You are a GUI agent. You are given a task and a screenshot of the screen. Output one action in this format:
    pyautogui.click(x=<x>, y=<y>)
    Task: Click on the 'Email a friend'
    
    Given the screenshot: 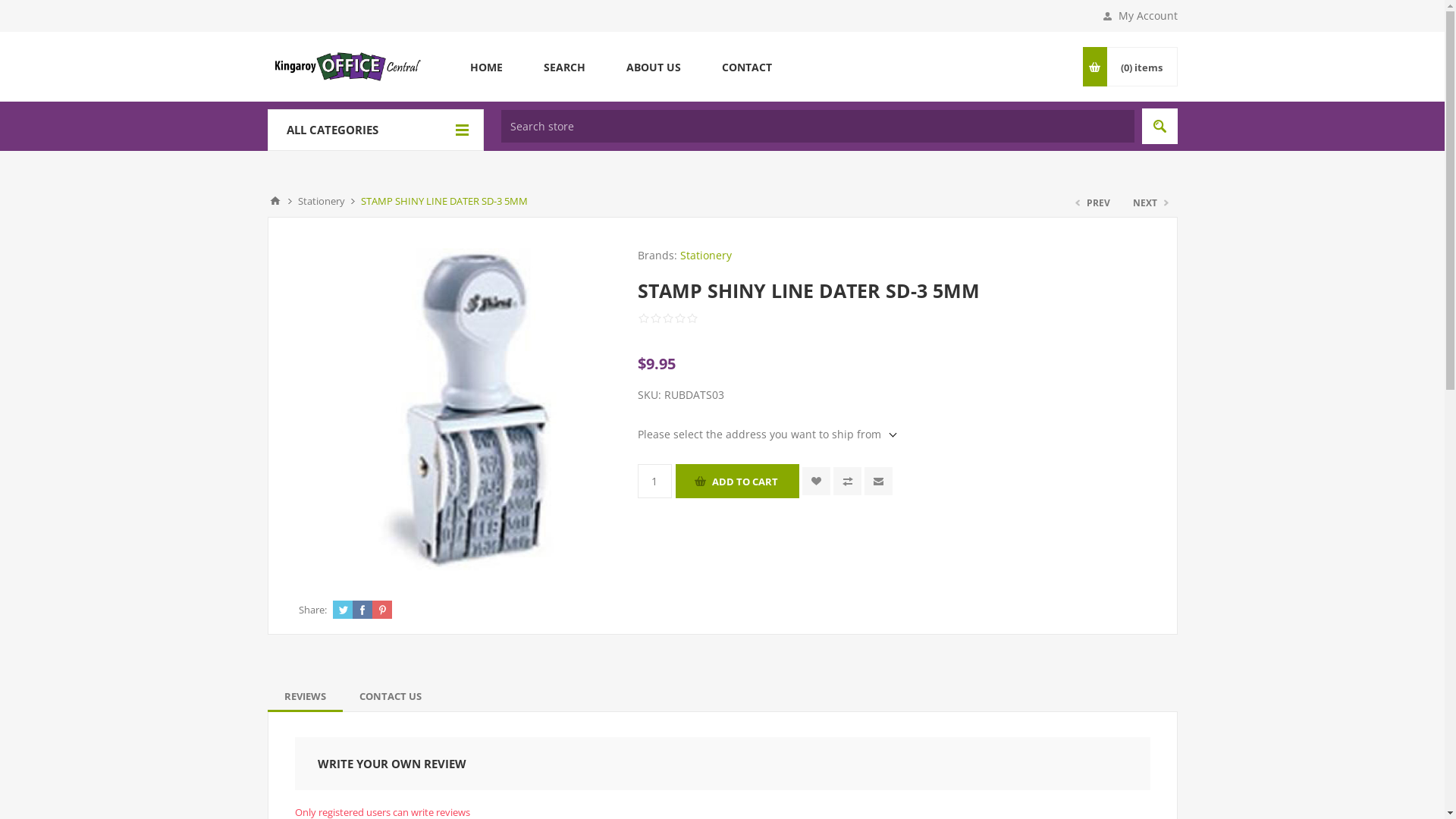 What is the action you would take?
    pyautogui.click(x=878, y=481)
    